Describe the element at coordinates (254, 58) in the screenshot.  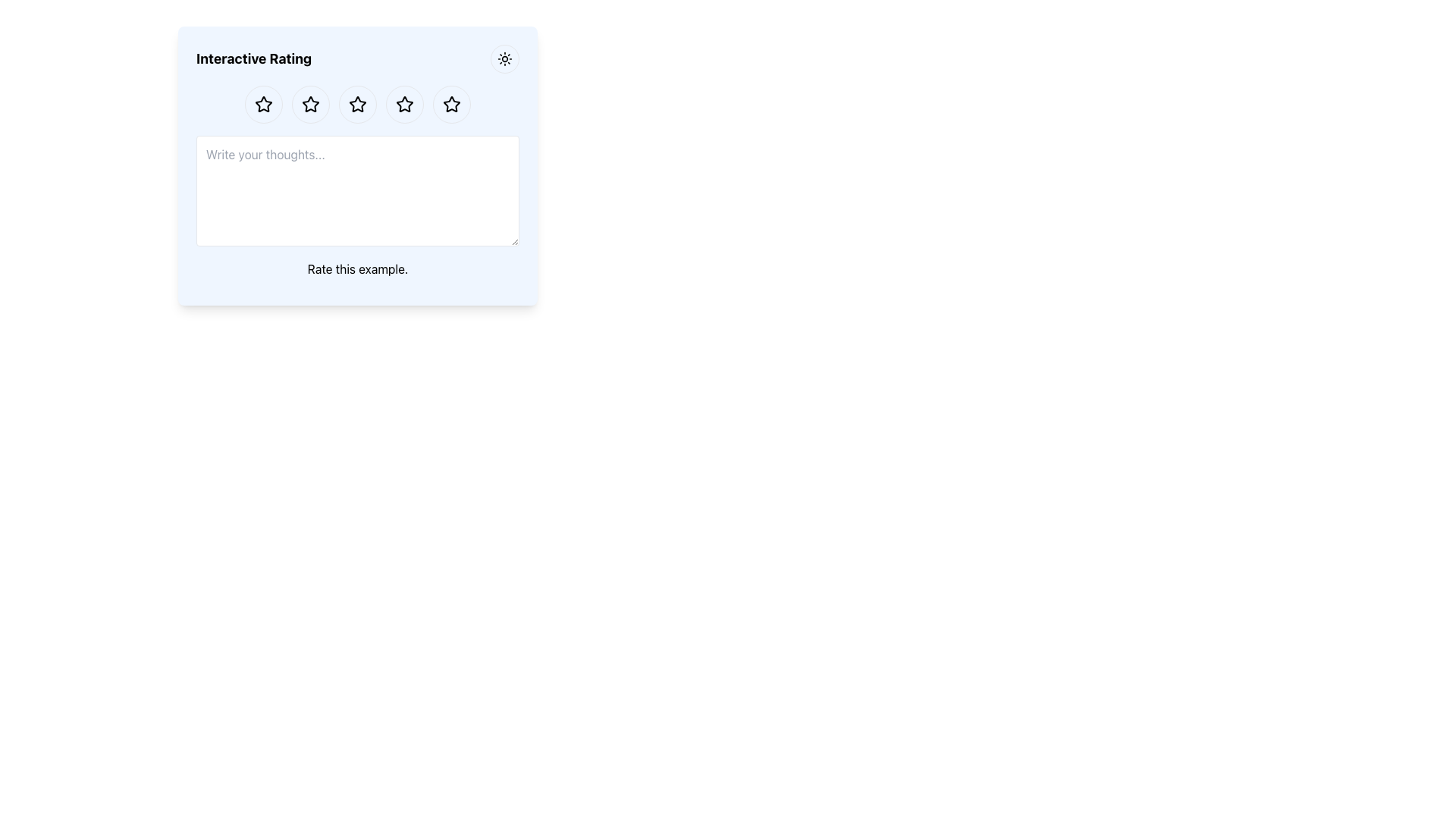
I see `the text label that serves as a title or header for the interactive rating interface, located at the top-left corner of its section` at that location.